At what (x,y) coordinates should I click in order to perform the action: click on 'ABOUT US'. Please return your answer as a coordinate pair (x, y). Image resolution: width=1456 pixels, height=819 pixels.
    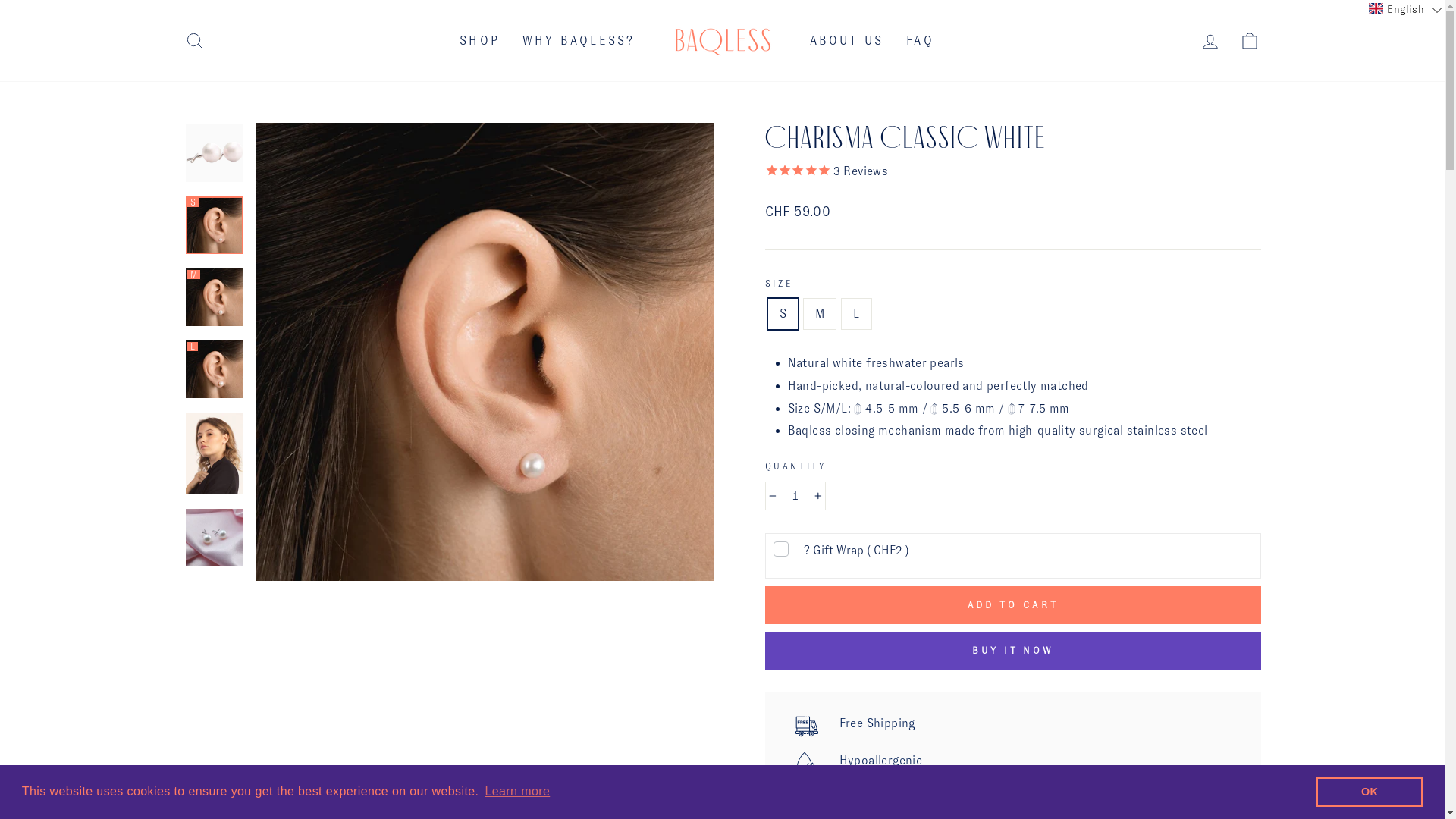
    Looking at the image, I should click on (846, 39).